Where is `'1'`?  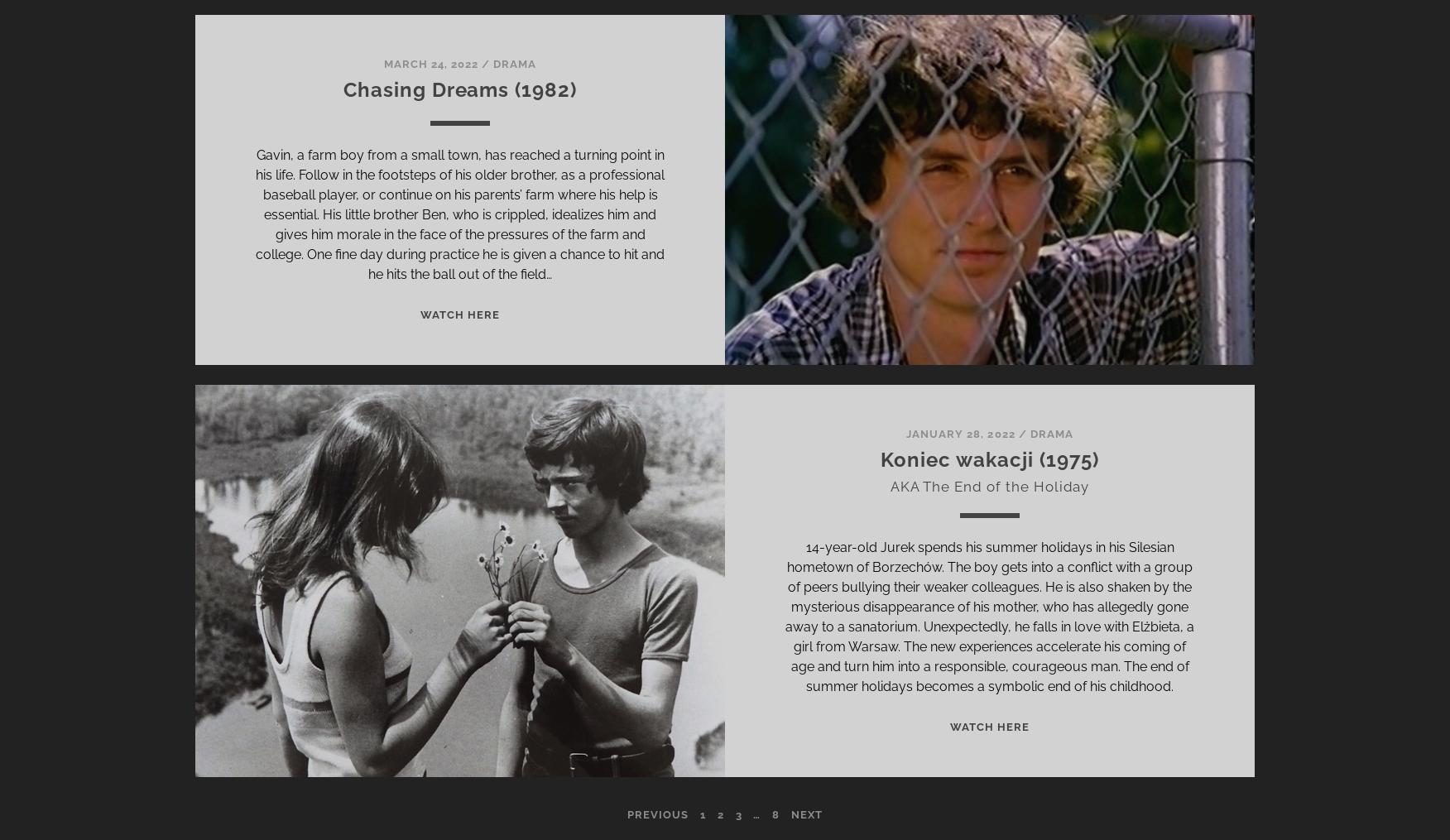
'1' is located at coordinates (701, 814).